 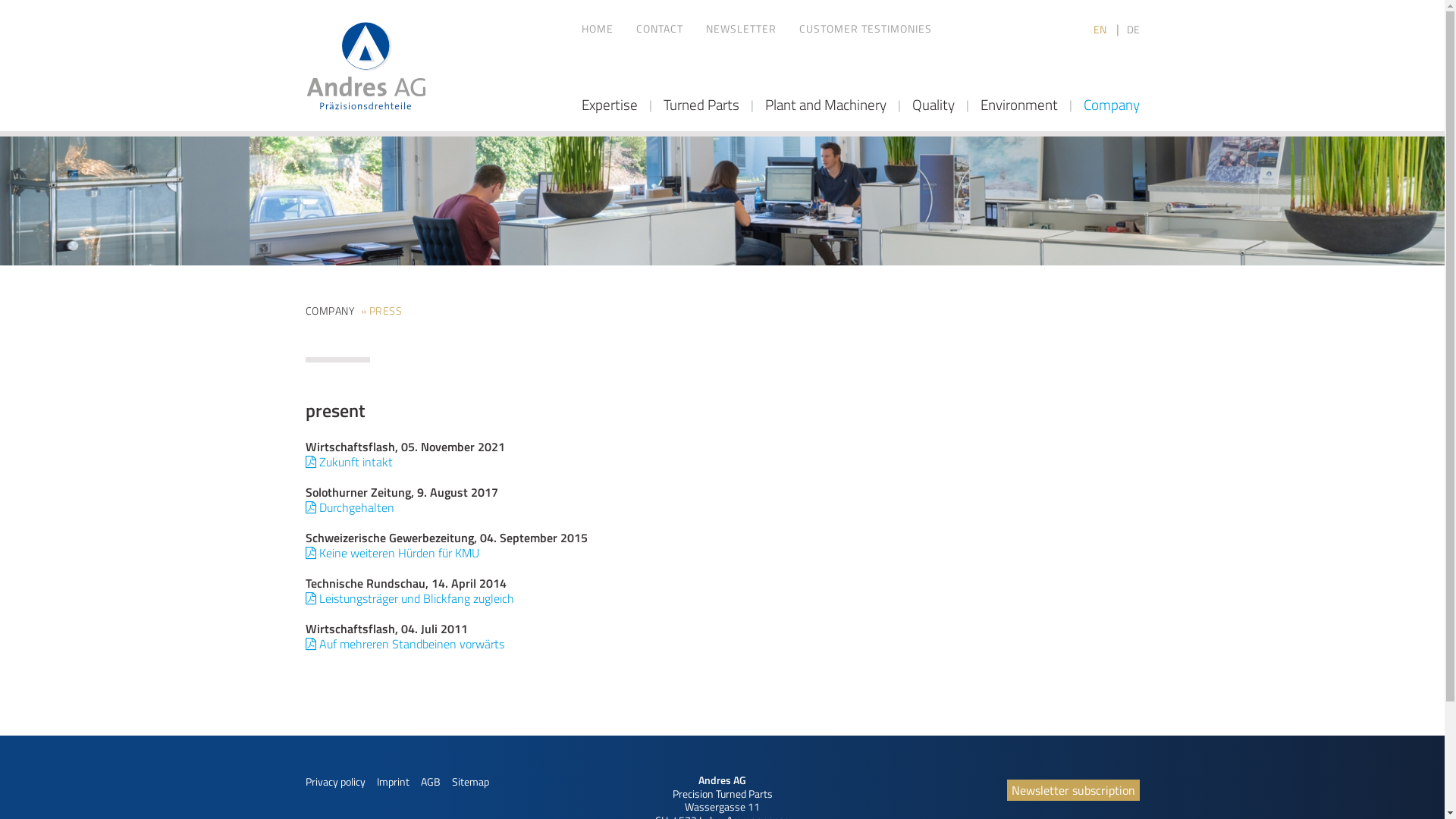 I want to click on 'Sitemap', so click(x=450, y=781).